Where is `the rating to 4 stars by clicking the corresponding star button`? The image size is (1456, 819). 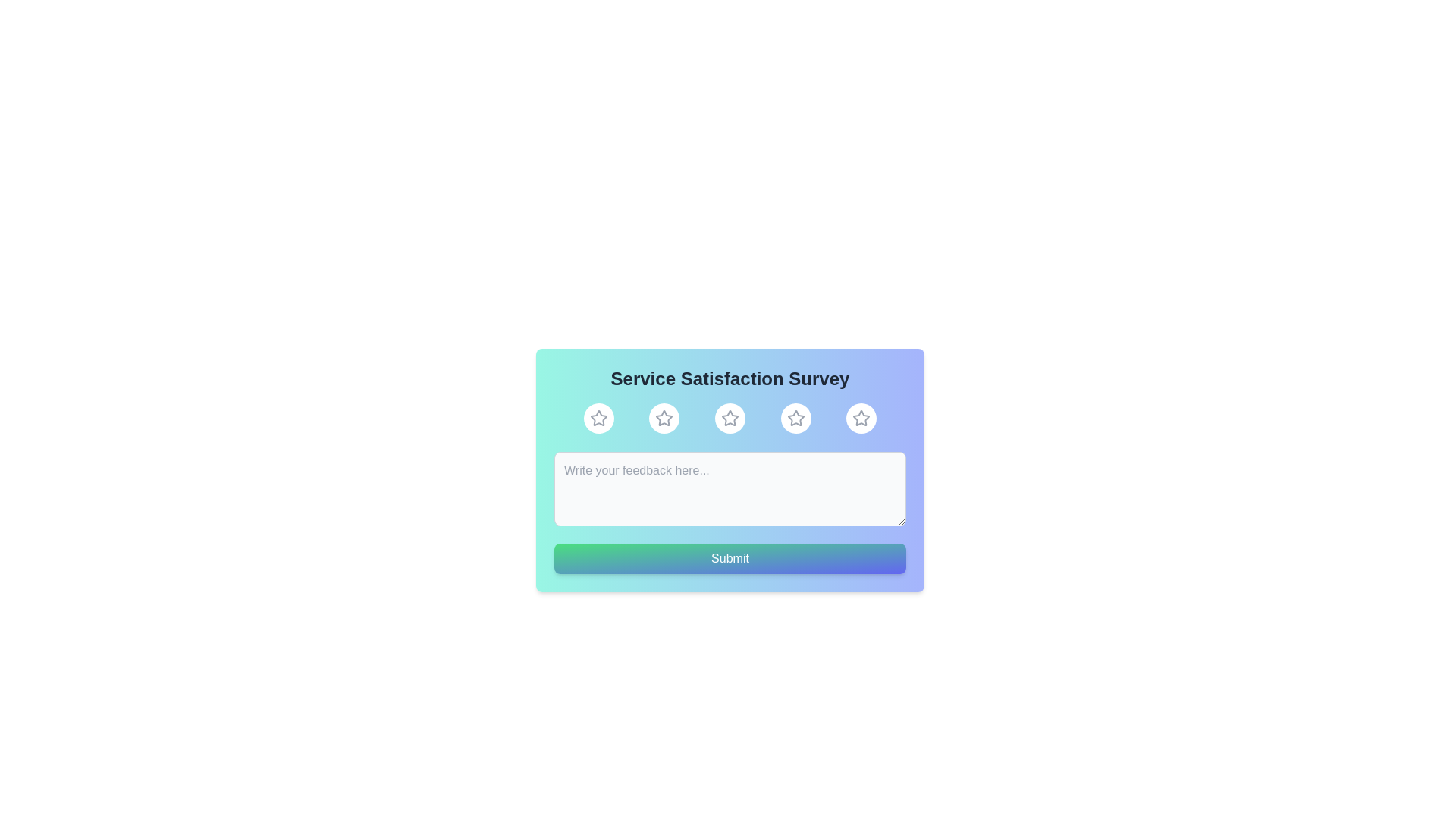 the rating to 4 stars by clicking the corresponding star button is located at coordinates (795, 418).